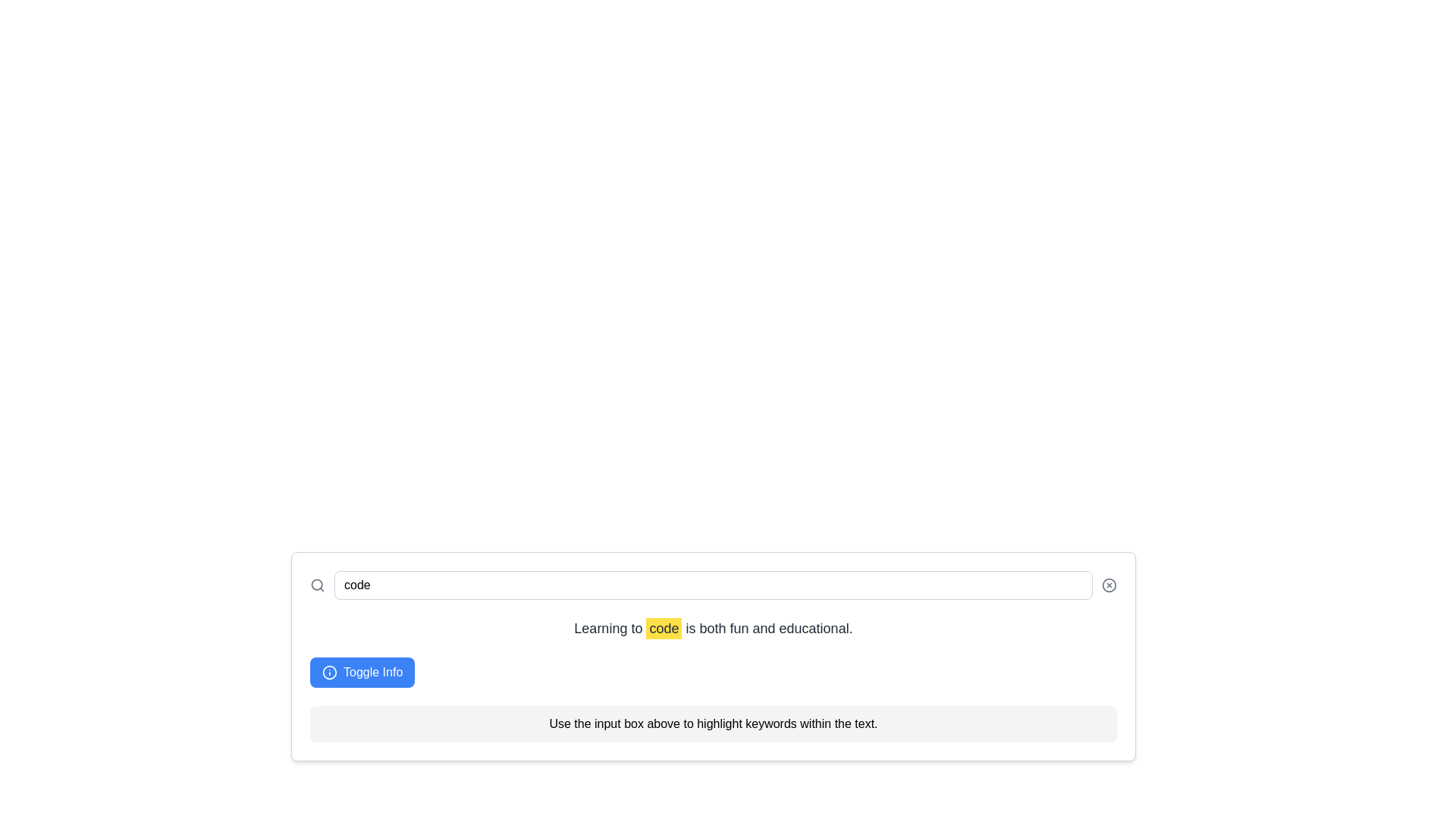 This screenshot has height=819, width=1456. Describe the element at coordinates (1109, 584) in the screenshot. I see `the circular gray button with an 'X' mark located in the top-right corner of the group of elements, positioned immediately to the right of a text input field` at that location.